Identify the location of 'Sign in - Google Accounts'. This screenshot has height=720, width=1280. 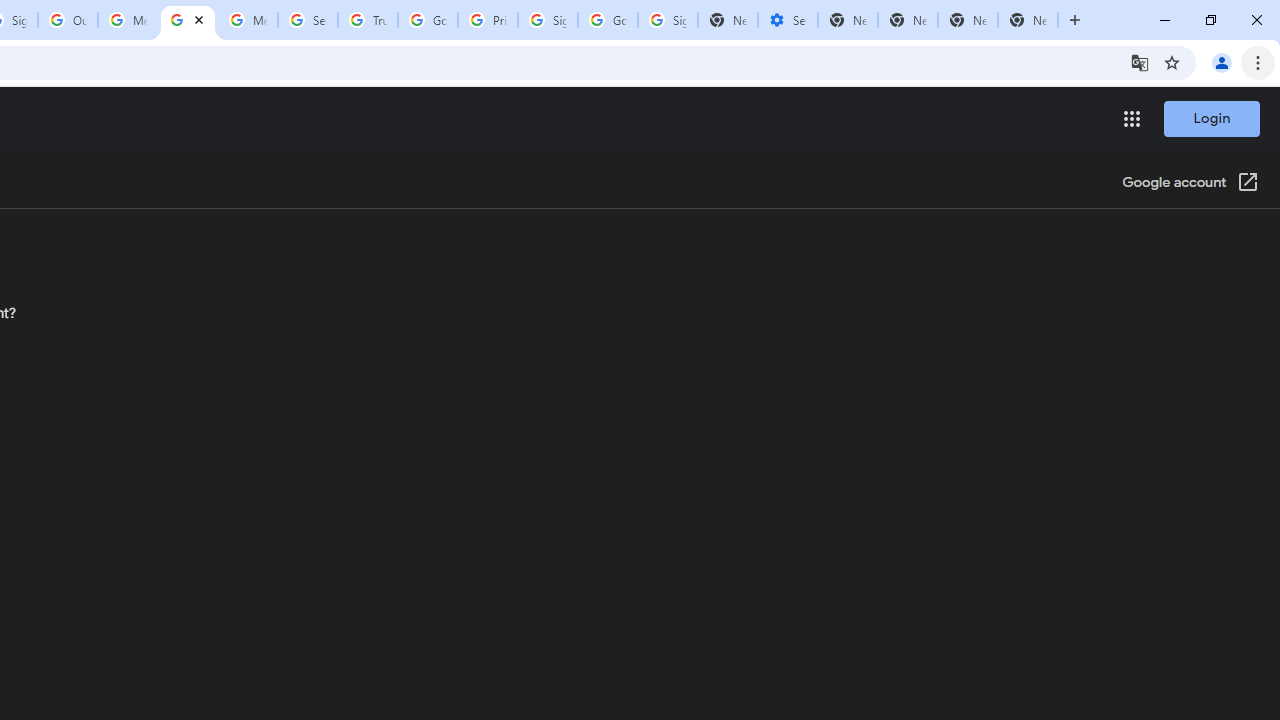
(548, 20).